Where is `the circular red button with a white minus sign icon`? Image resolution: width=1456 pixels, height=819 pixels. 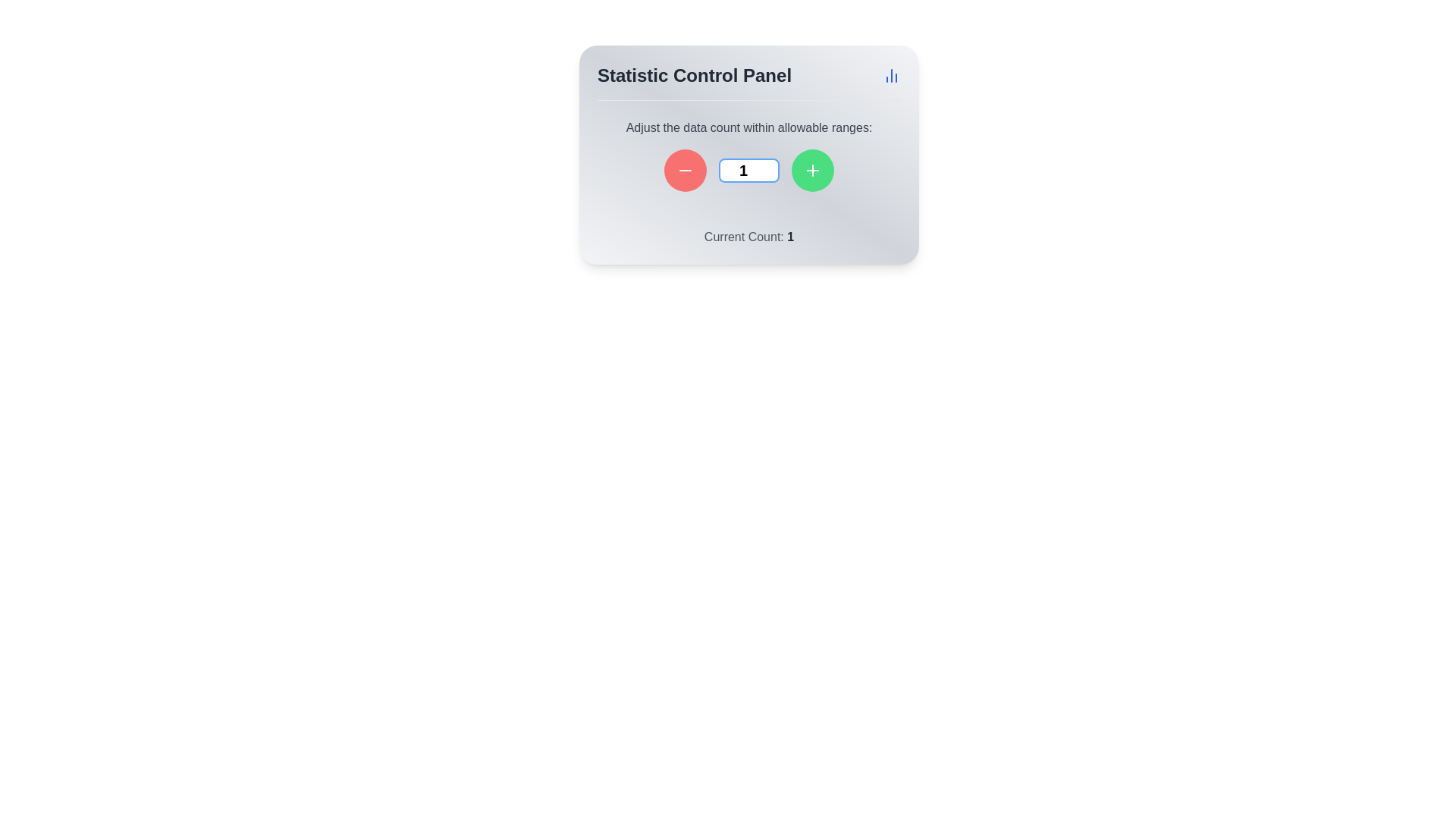 the circular red button with a white minus sign icon is located at coordinates (684, 170).